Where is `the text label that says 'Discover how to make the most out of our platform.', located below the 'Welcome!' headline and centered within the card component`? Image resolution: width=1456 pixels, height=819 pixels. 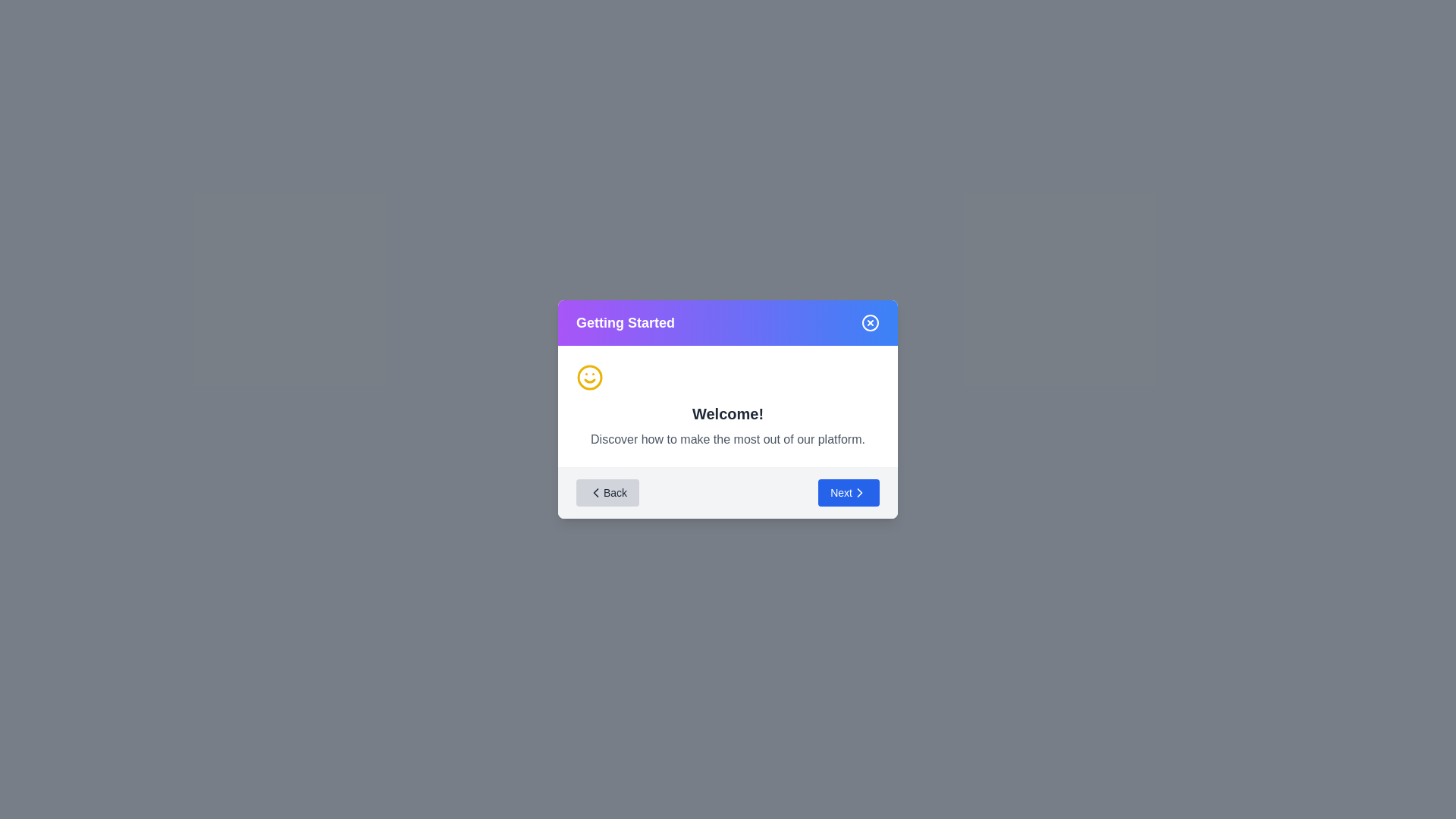 the text label that says 'Discover how to make the most out of our platform.', located below the 'Welcome!' headline and centered within the card component is located at coordinates (728, 439).